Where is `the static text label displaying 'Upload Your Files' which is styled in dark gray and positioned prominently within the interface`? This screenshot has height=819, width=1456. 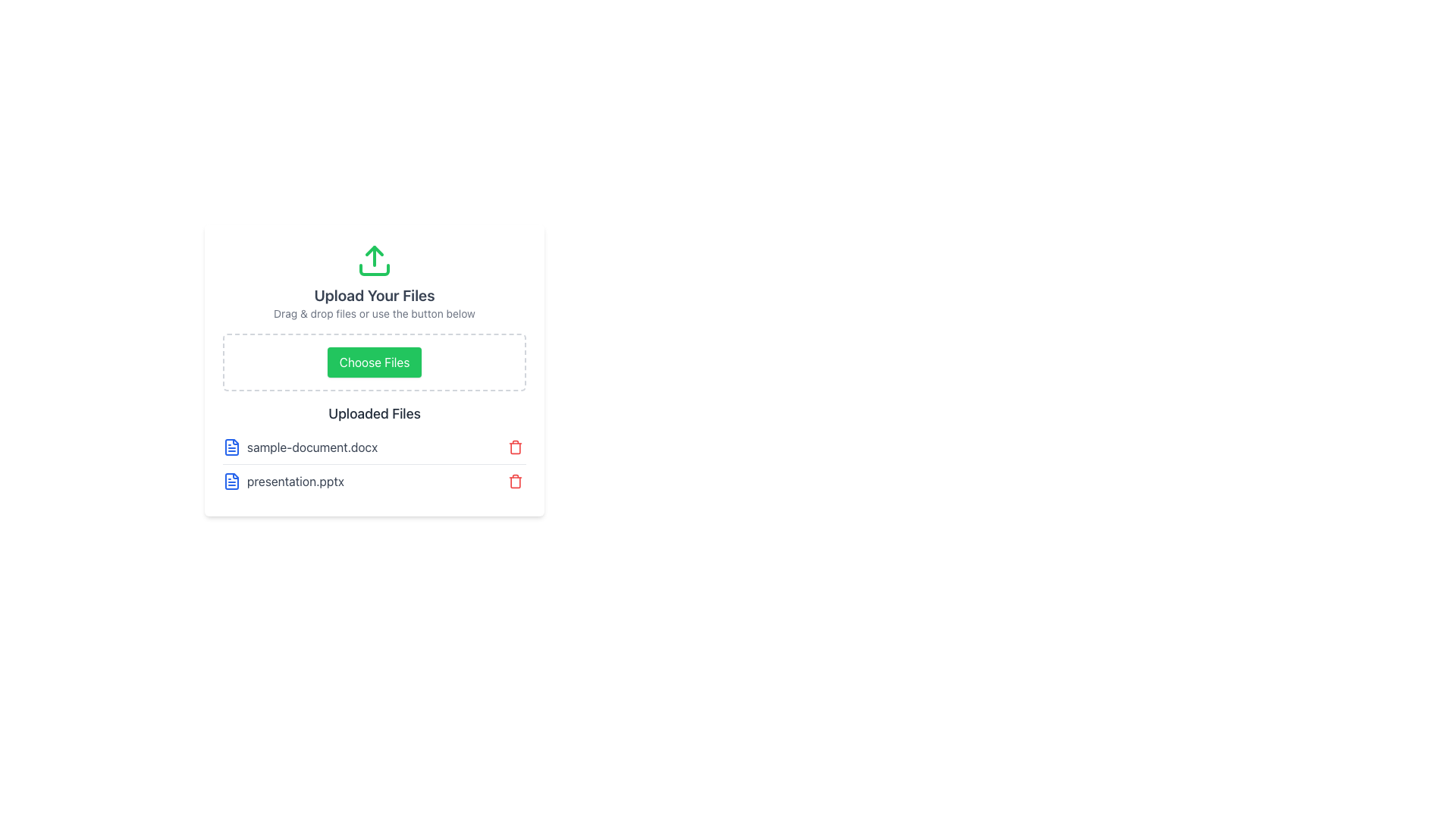
the static text label displaying 'Upload Your Files' which is styled in dark gray and positioned prominently within the interface is located at coordinates (375, 295).